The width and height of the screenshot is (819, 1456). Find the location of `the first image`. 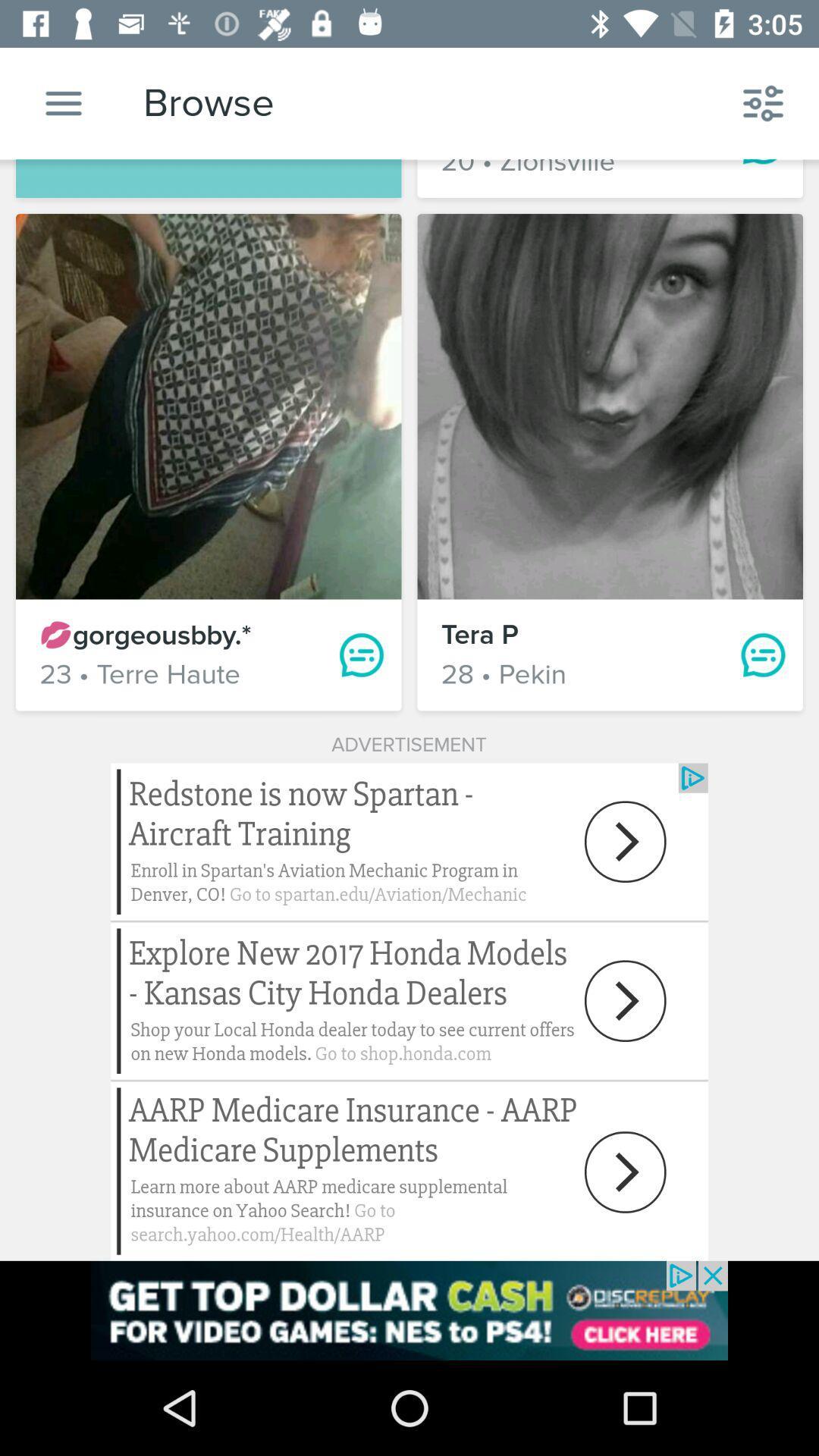

the first image is located at coordinates (209, 406).